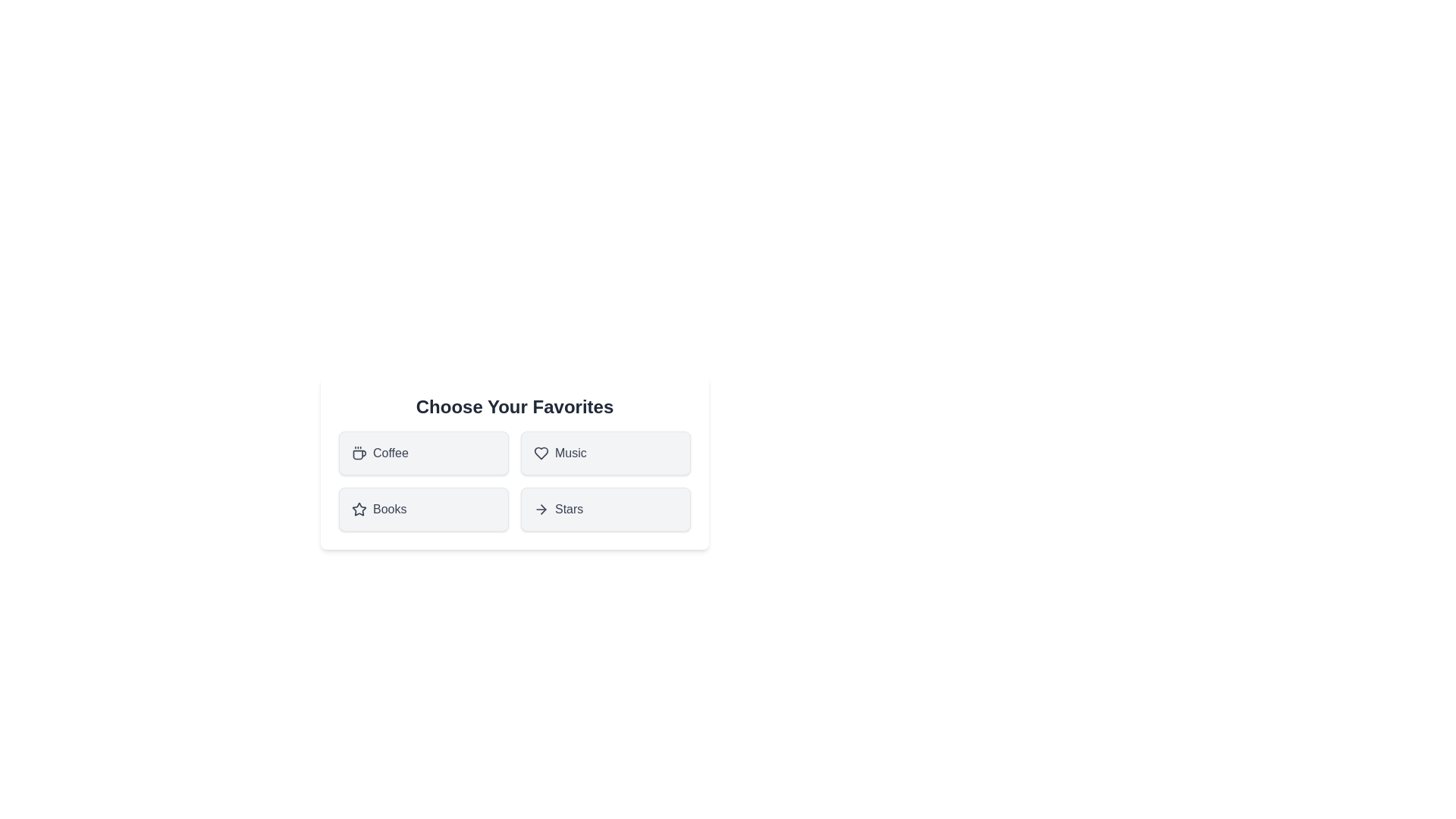 Image resolution: width=1456 pixels, height=819 pixels. What do you see at coordinates (359, 509) in the screenshot?
I see `the star-shaped icon in the 'Choose Your Favorites' selection interface, located at the bottom-right, which serves as an interactive indicator for selection or rating` at bounding box center [359, 509].